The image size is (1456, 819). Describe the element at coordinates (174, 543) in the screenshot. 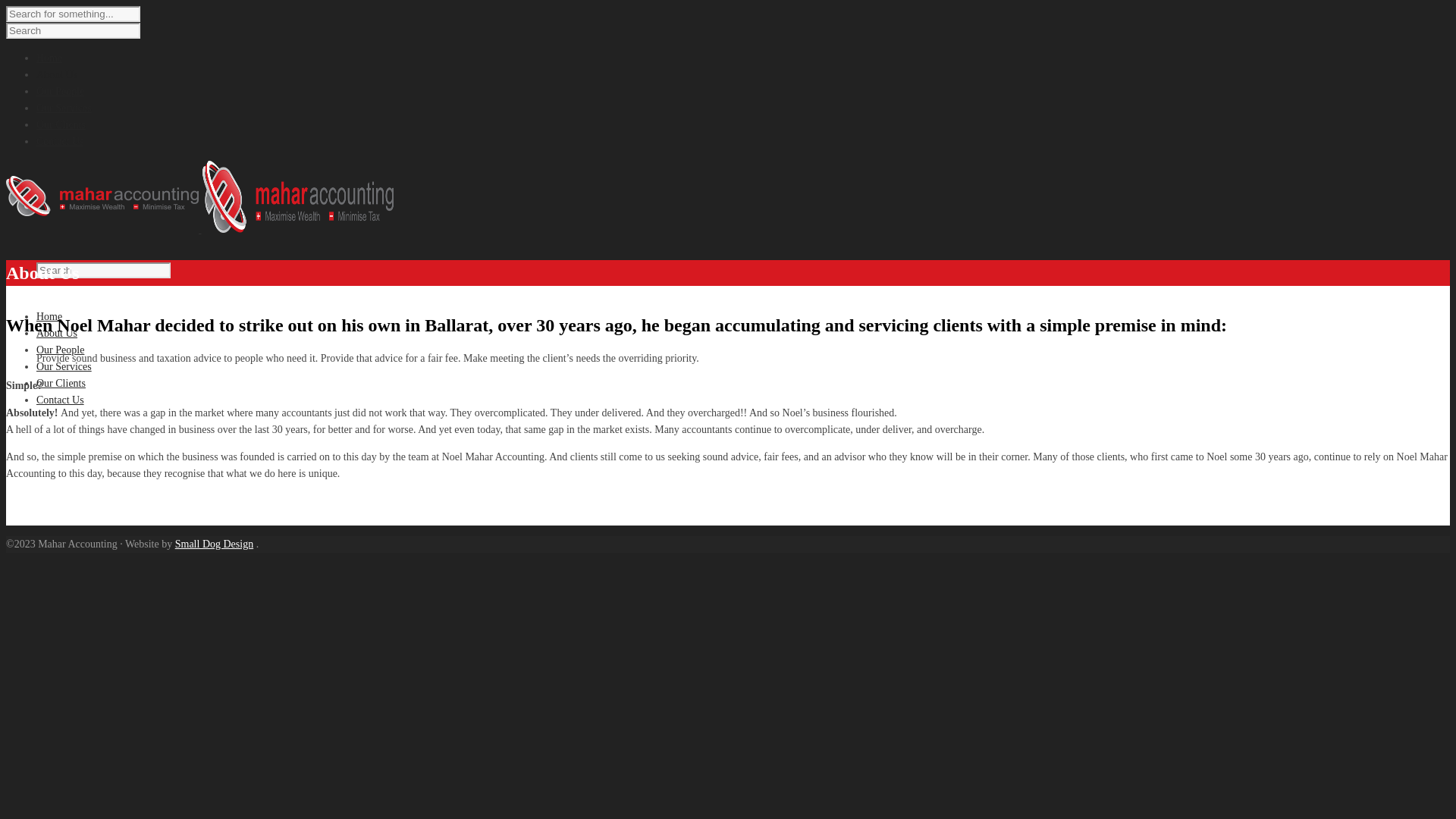

I see `'Small Dog Design'` at that location.